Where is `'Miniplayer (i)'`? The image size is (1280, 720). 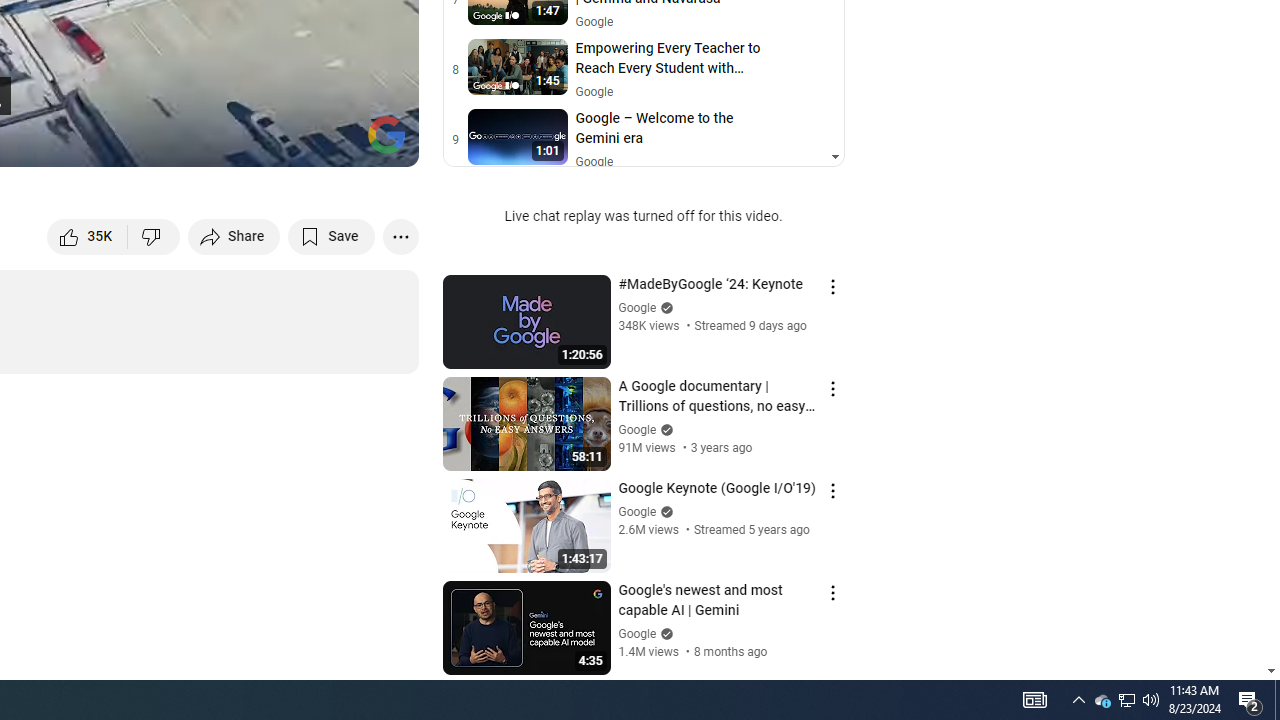 'Miniplayer (i)' is located at coordinates (285, 141).